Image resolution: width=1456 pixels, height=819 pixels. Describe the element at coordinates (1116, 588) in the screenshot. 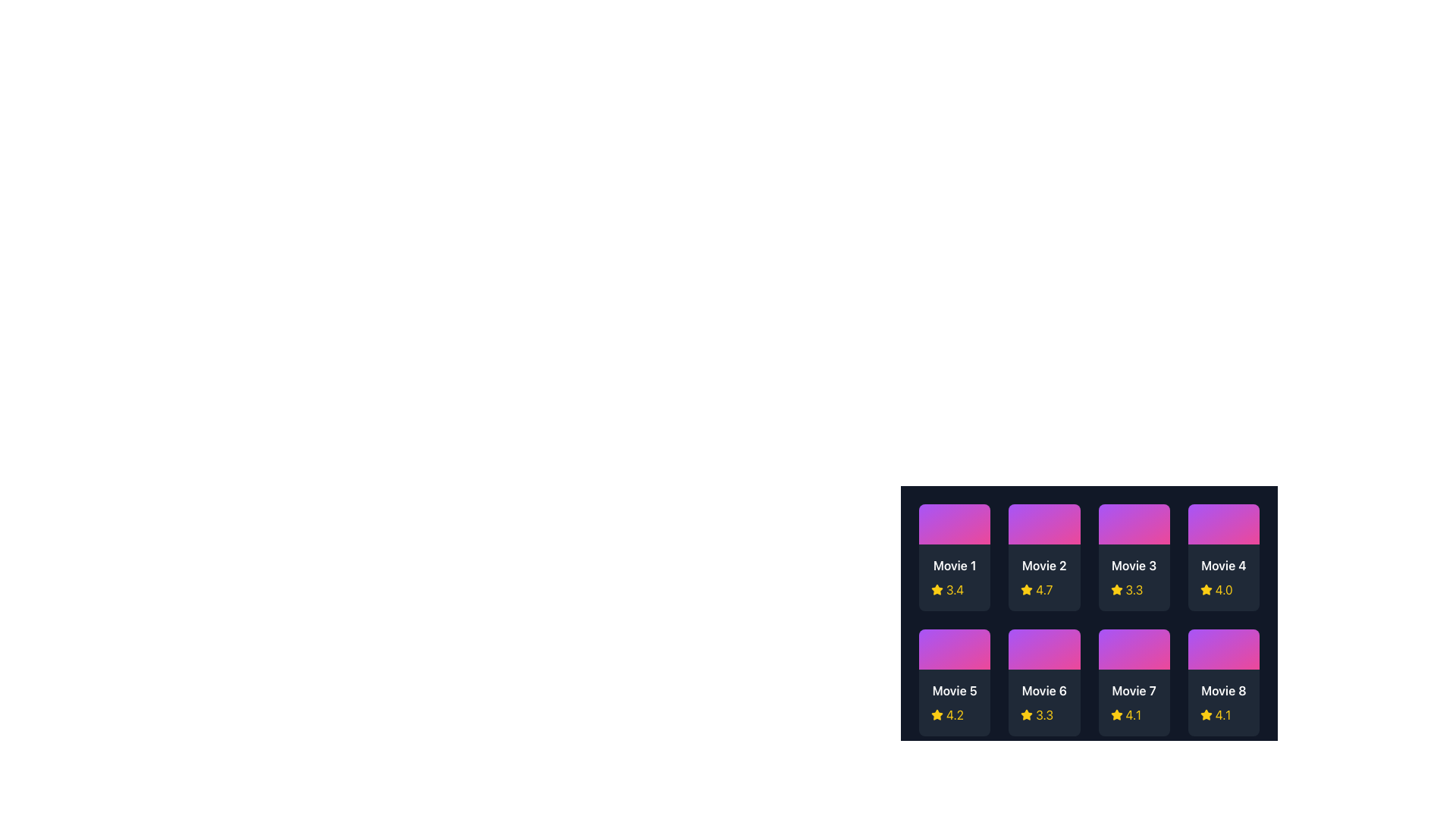

I see `the small yellow star icon representing the rating for 'Movie 3' in the grid layout` at that location.